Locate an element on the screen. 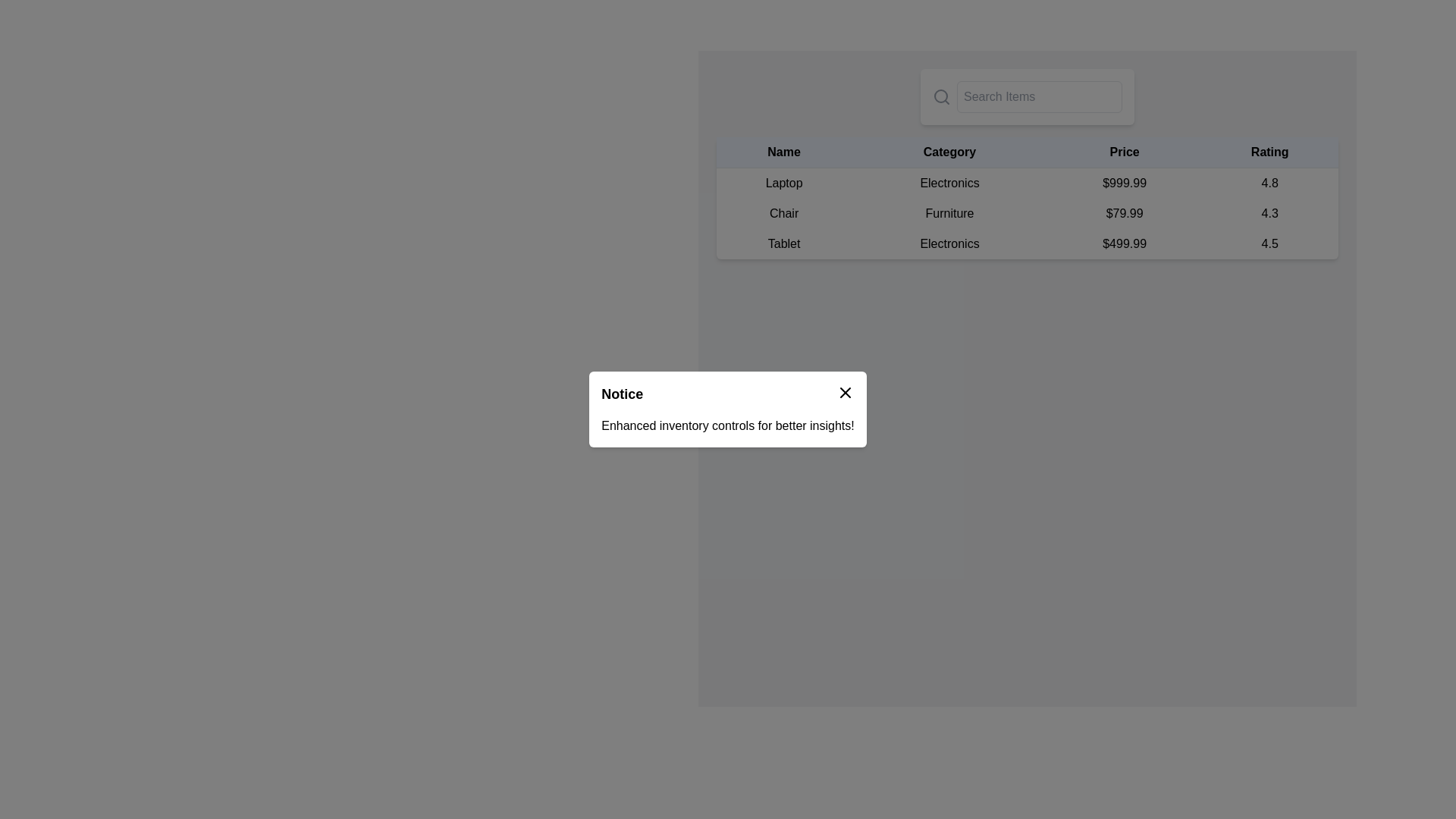 This screenshot has height=819, width=1456. the text label displaying 'Notice' in bold, large black font within the notification header area is located at coordinates (622, 394).